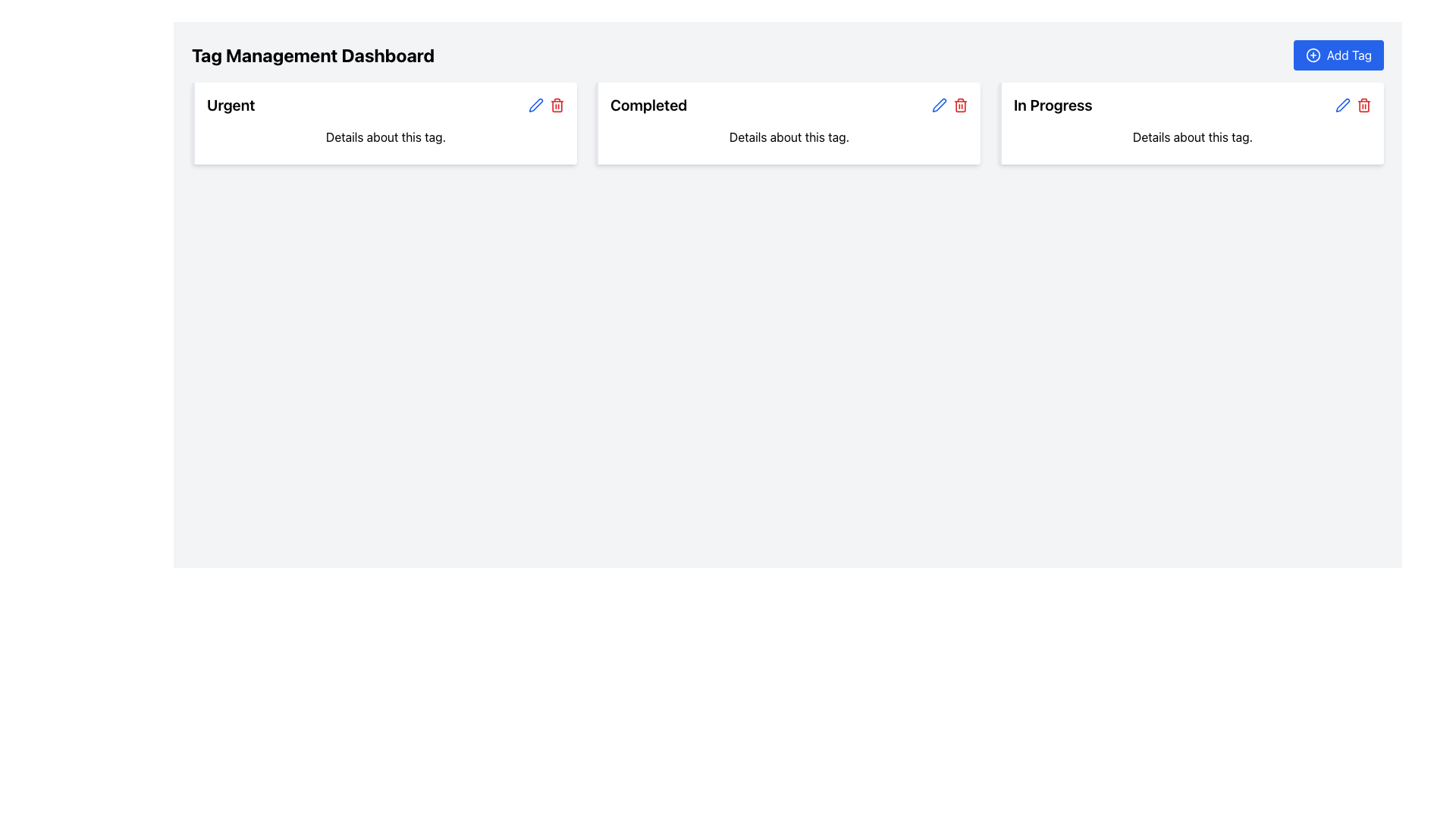  I want to click on the blue pen icon button located in the 'Completed' section of the dashboard, so click(938, 104).